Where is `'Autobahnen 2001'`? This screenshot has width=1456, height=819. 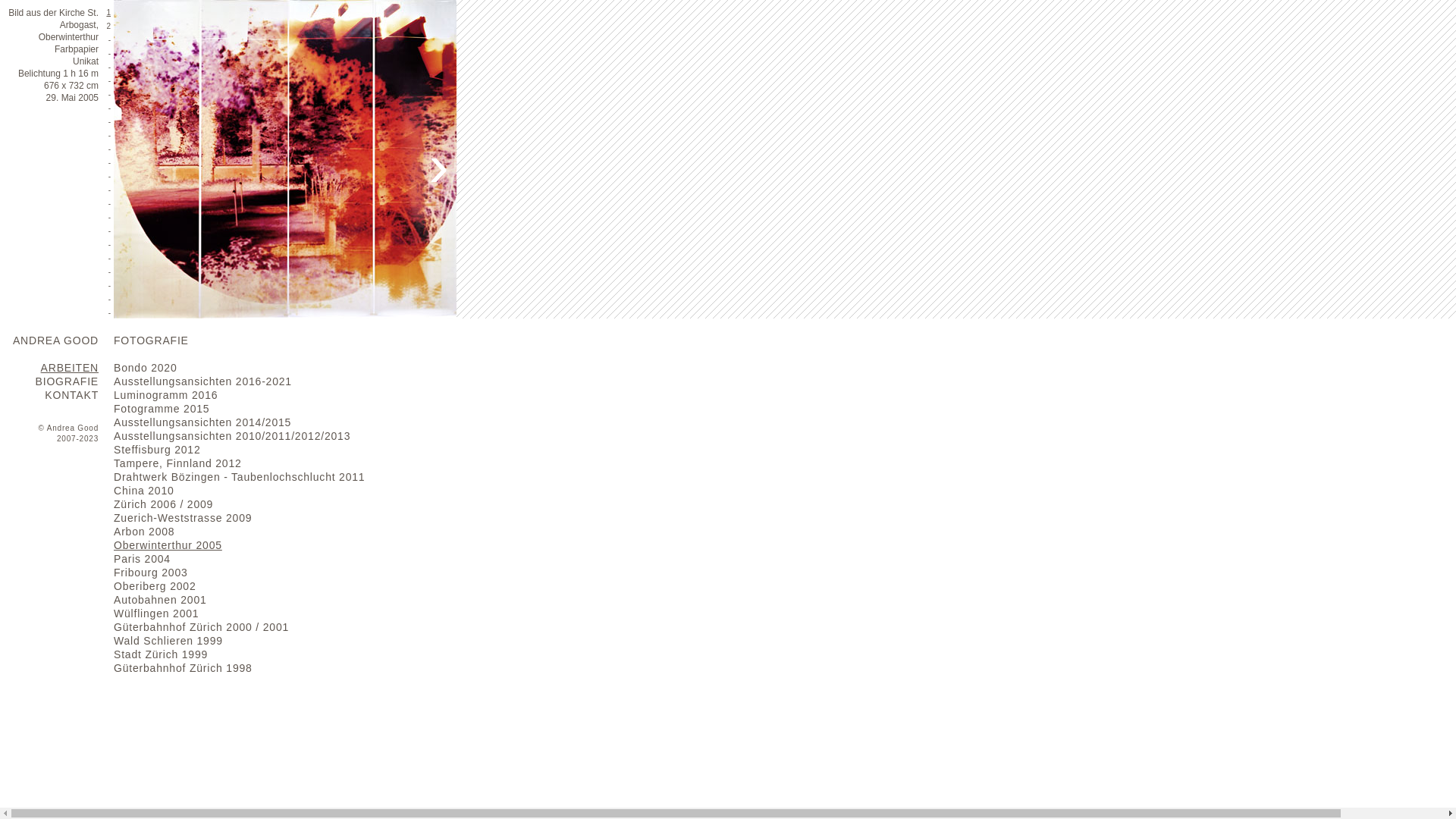 'Autobahnen 2001' is located at coordinates (160, 598).